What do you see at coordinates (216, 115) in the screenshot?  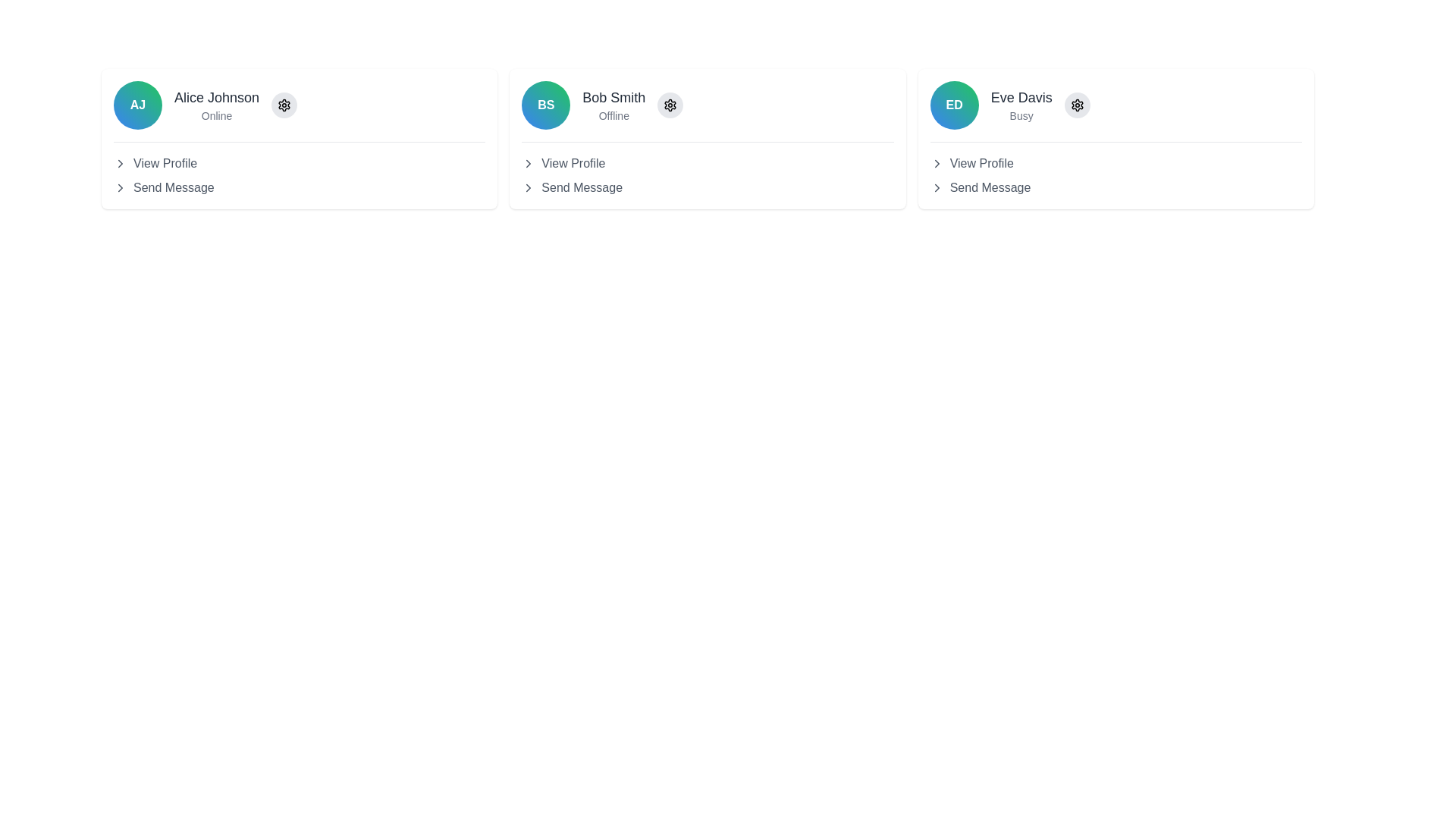 I see `the status indicator text label that shows 'Alice Johnson' is currently online, which is positioned directly below the name 'Alice Johnson'` at bounding box center [216, 115].